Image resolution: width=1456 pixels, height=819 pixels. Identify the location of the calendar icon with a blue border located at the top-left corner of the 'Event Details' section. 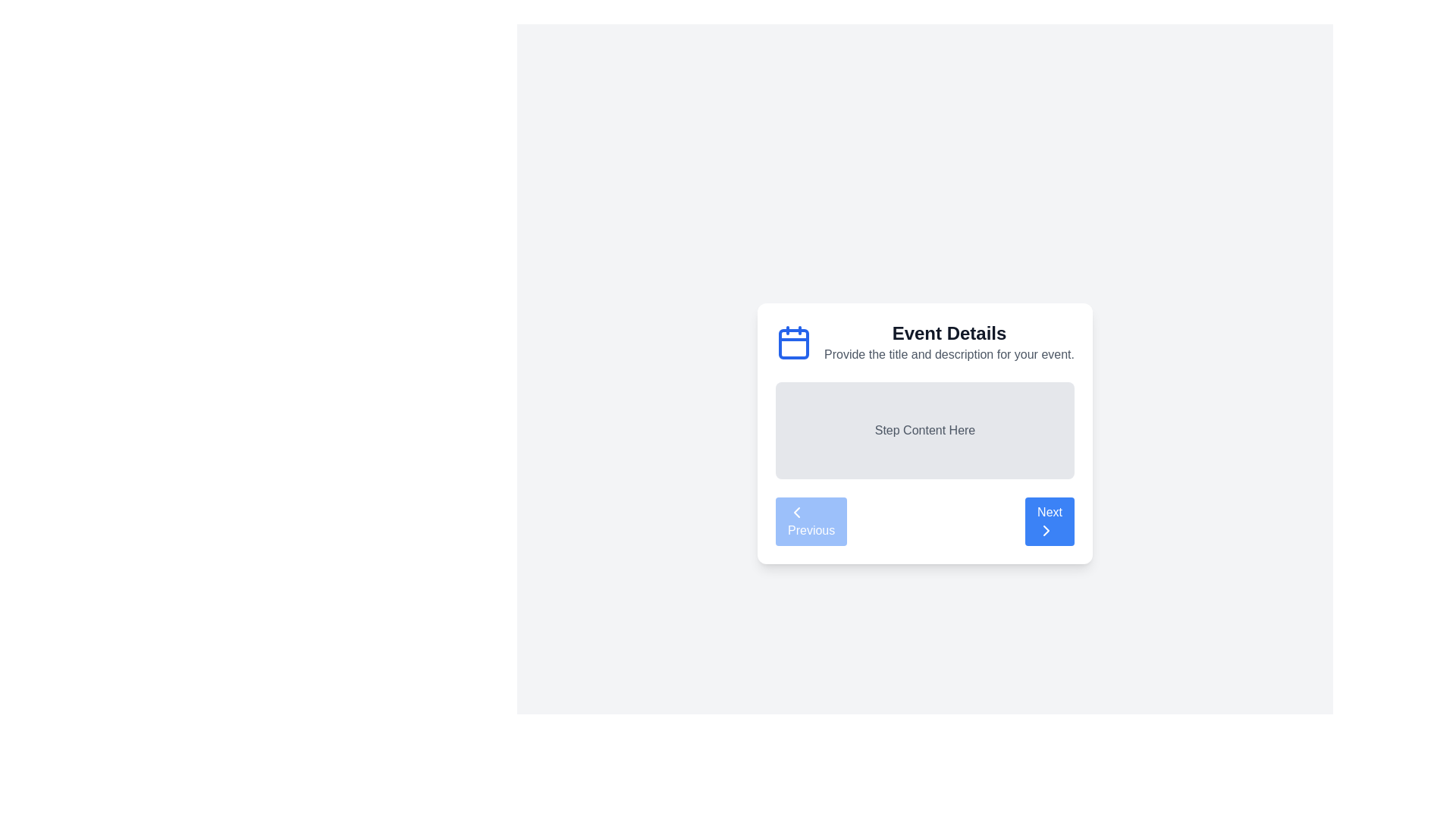
(792, 342).